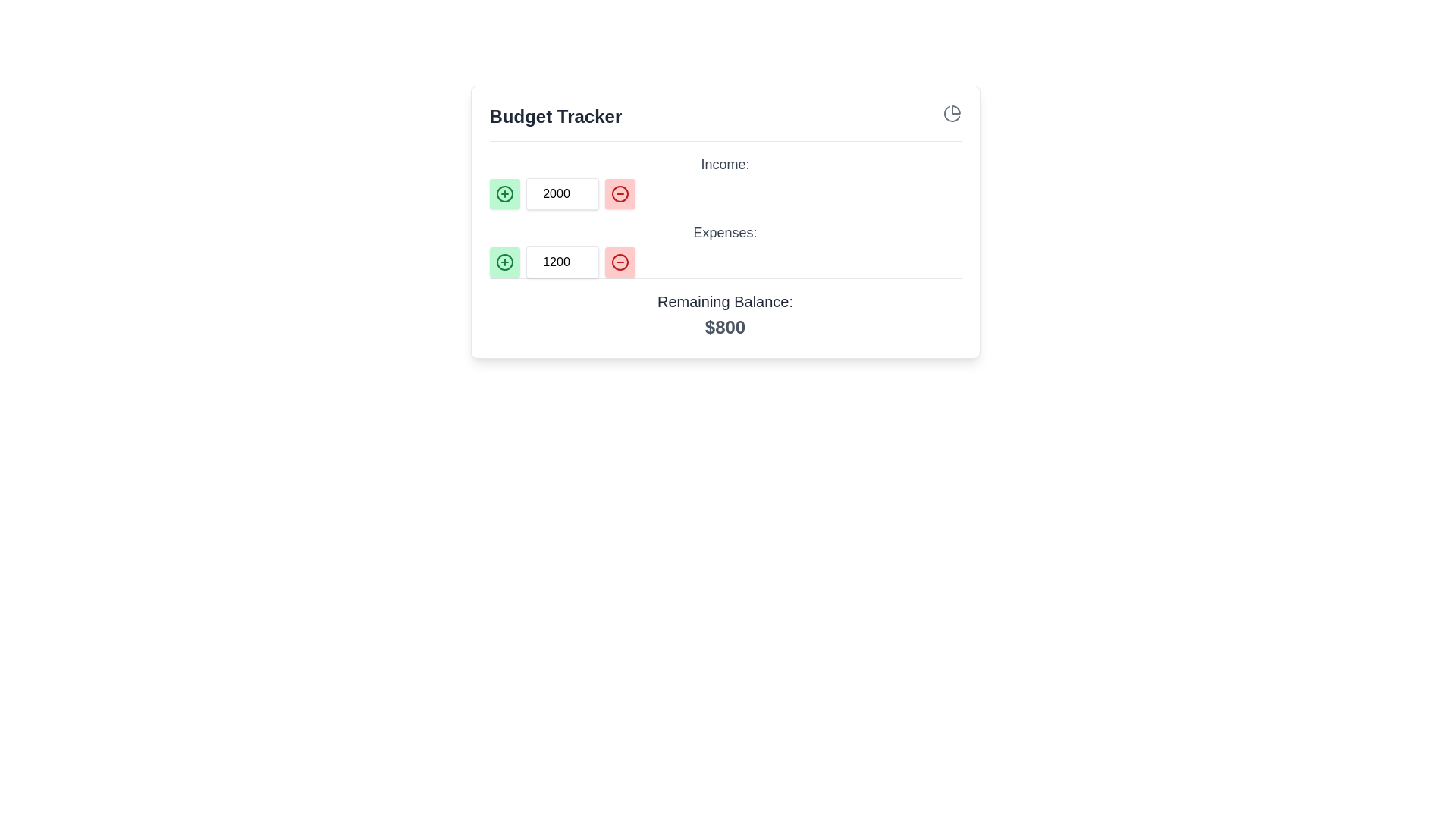 The width and height of the screenshot is (1456, 819). What do you see at coordinates (620, 262) in the screenshot?
I see `the red button with a circular minus icon in the 'Expenses' section of the 'Budget Tracker' interface` at bounding box center [620, 262].